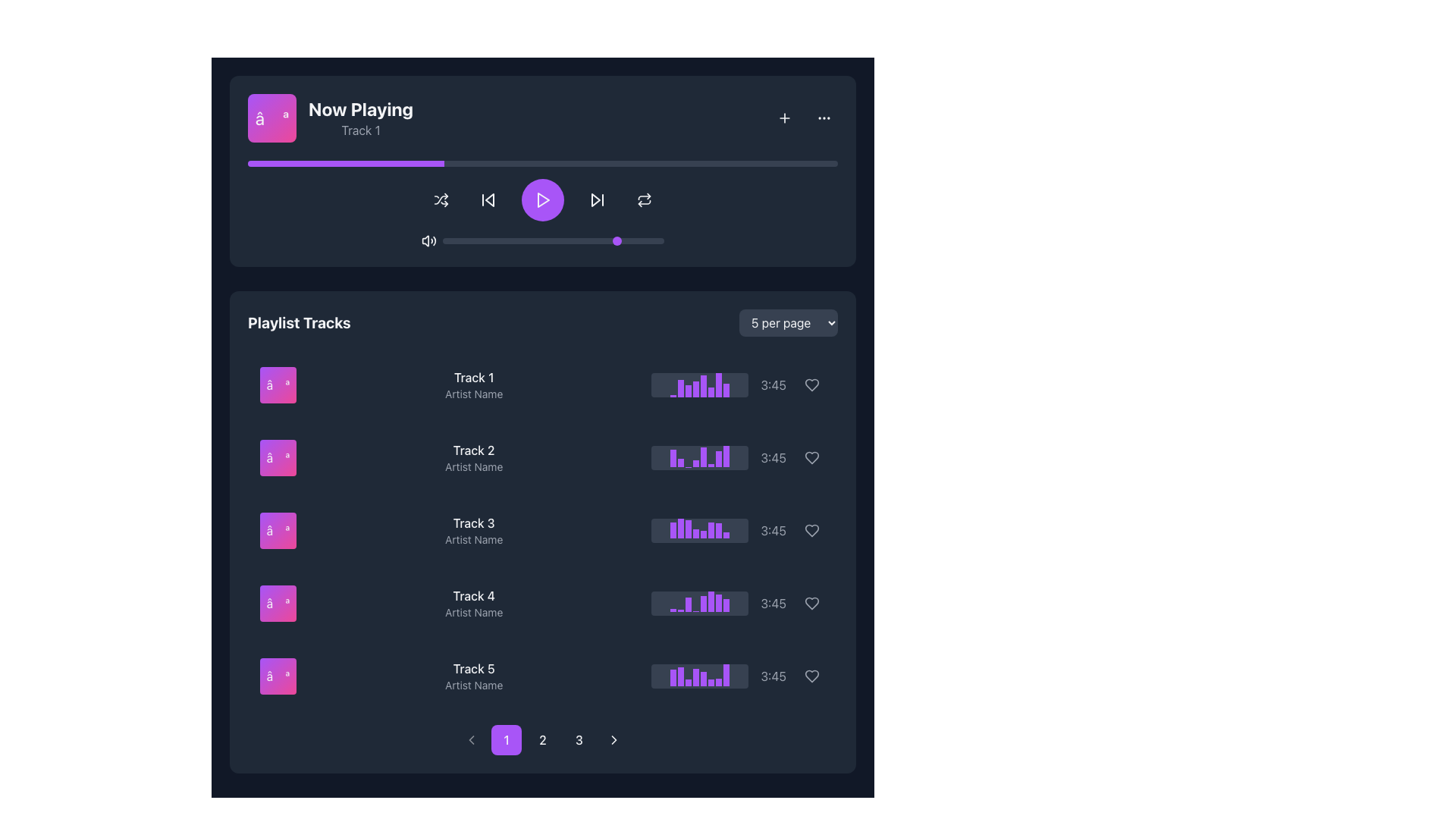 The height and width of the screenshot is (819, 1456). I want to click on the circular shuffle button with a dark background and white icon located in the playback controller section of the media player interface, positioned to the left of the previous track button, so click(440, 199).